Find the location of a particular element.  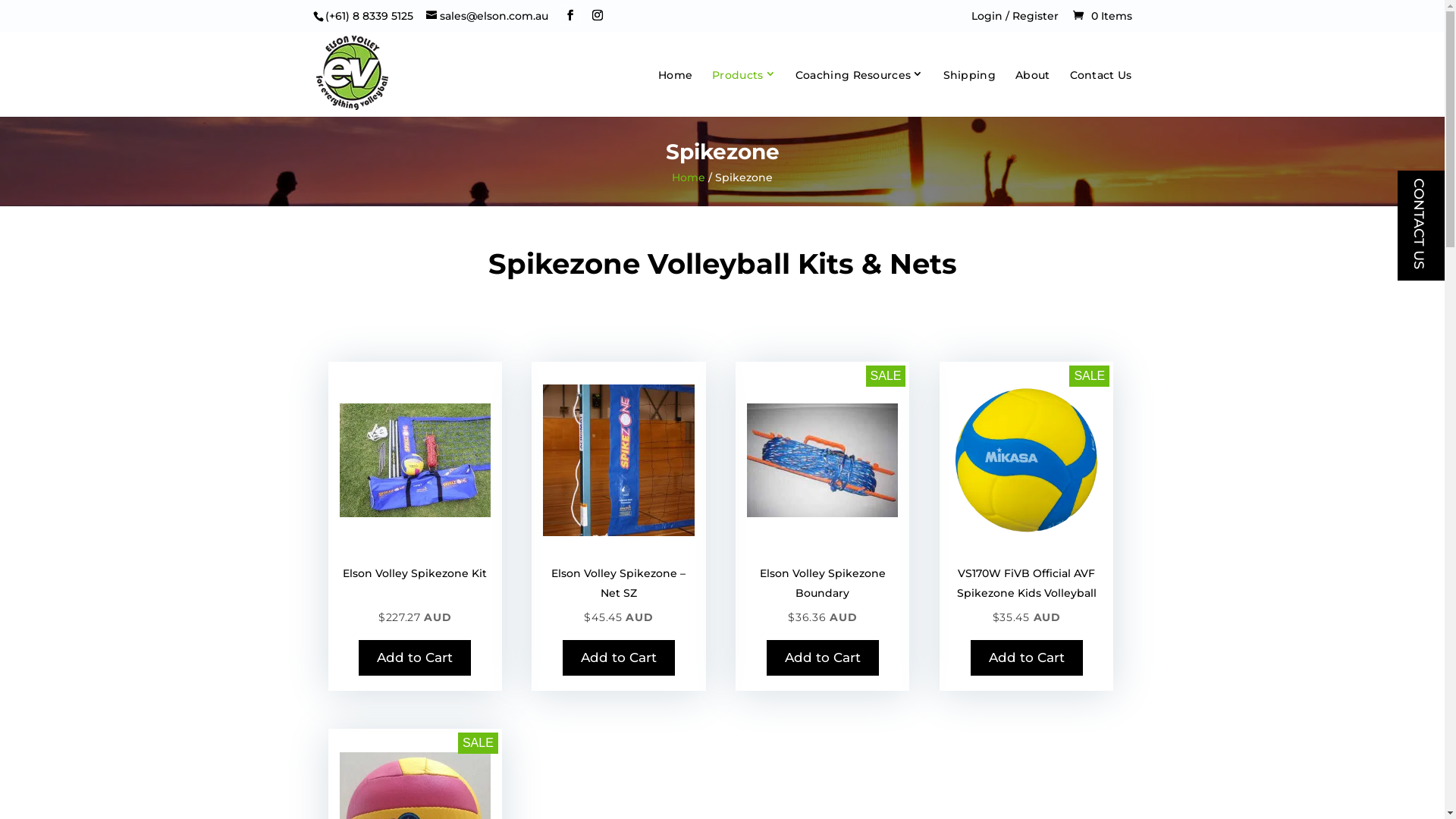

'Products' is located at coordinates (711, 90).